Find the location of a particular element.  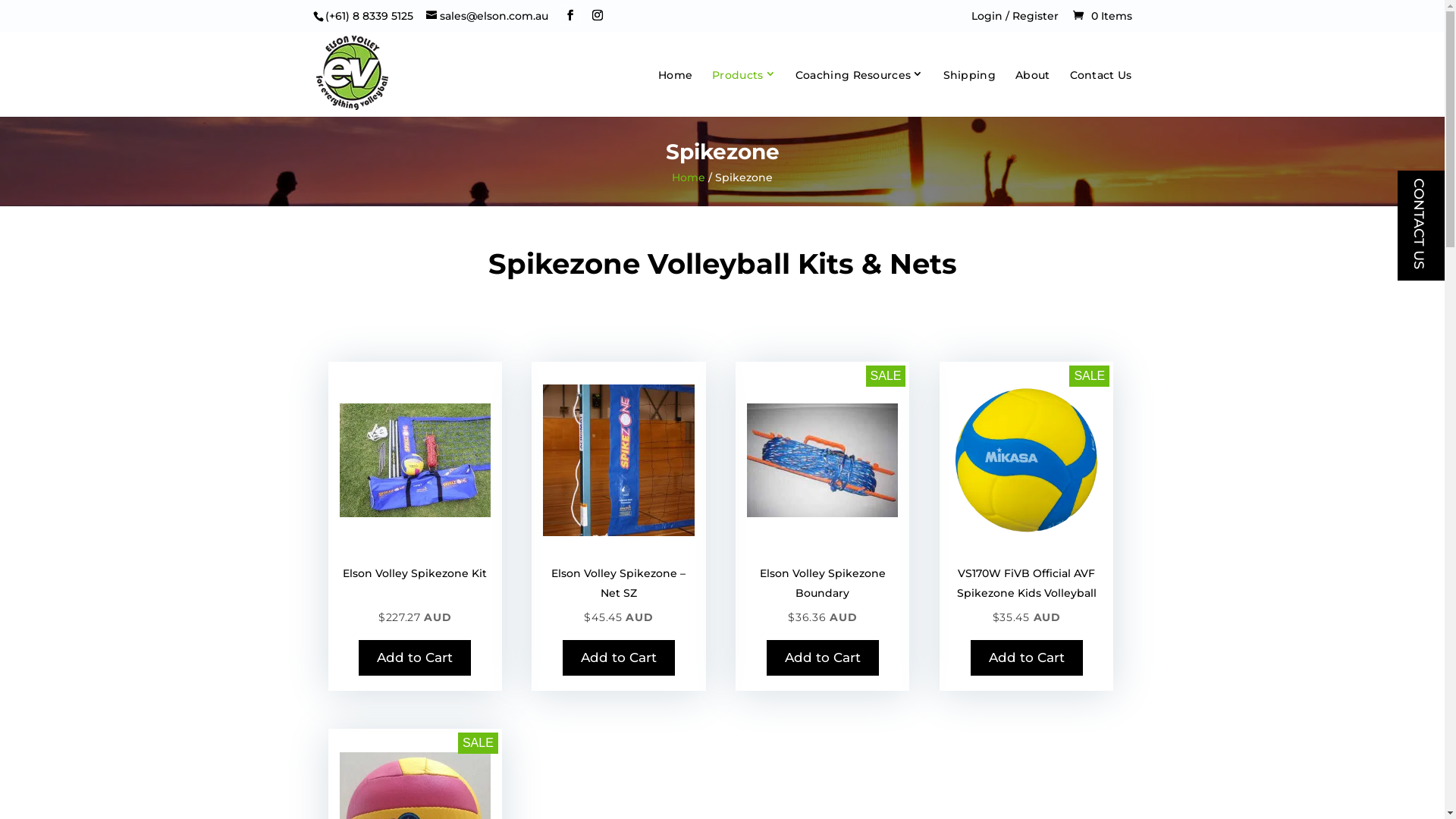

'Products' is located at coordinates (711, 90).